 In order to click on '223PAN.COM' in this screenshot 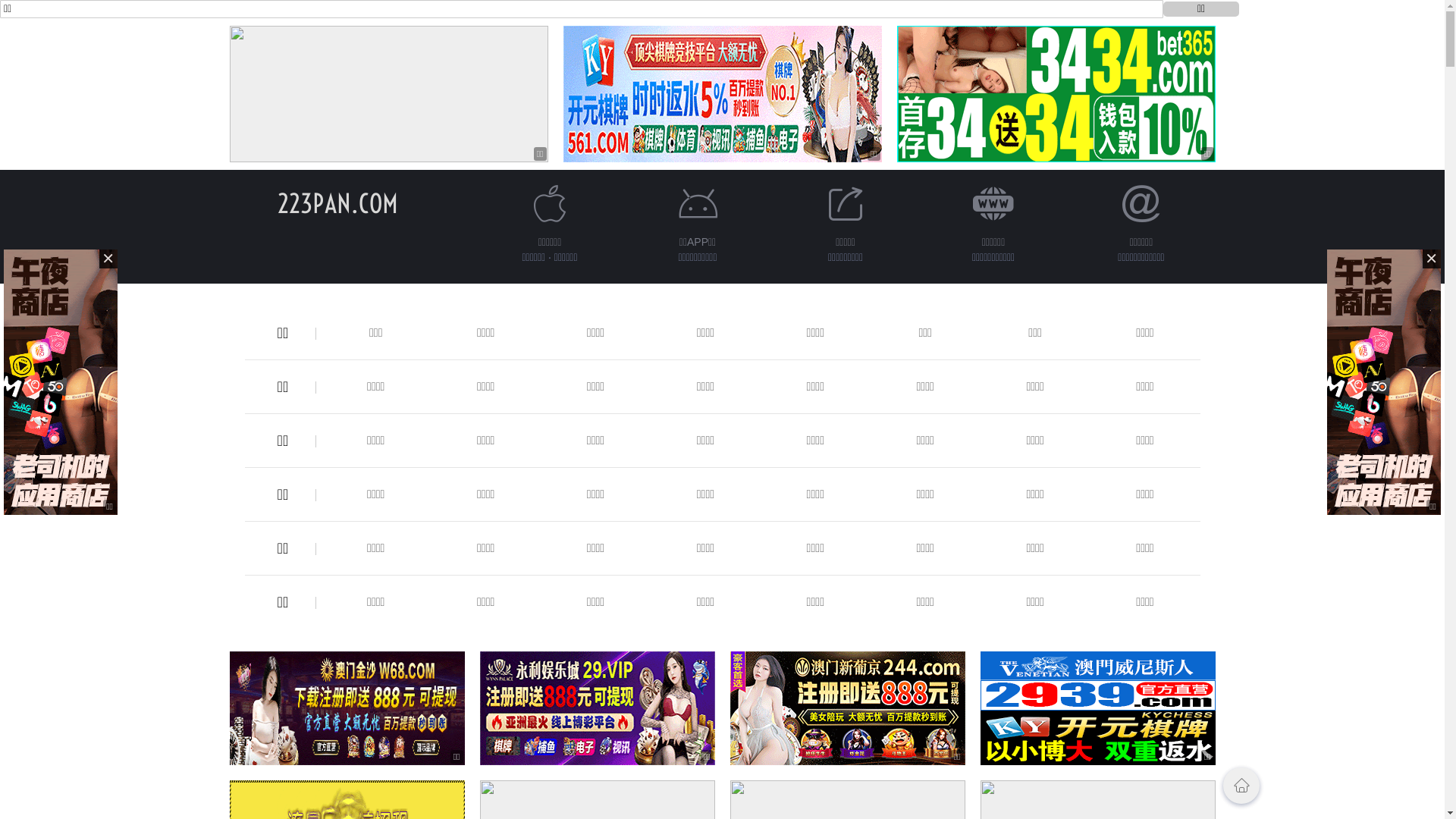, I will do `click(337, 202)`.